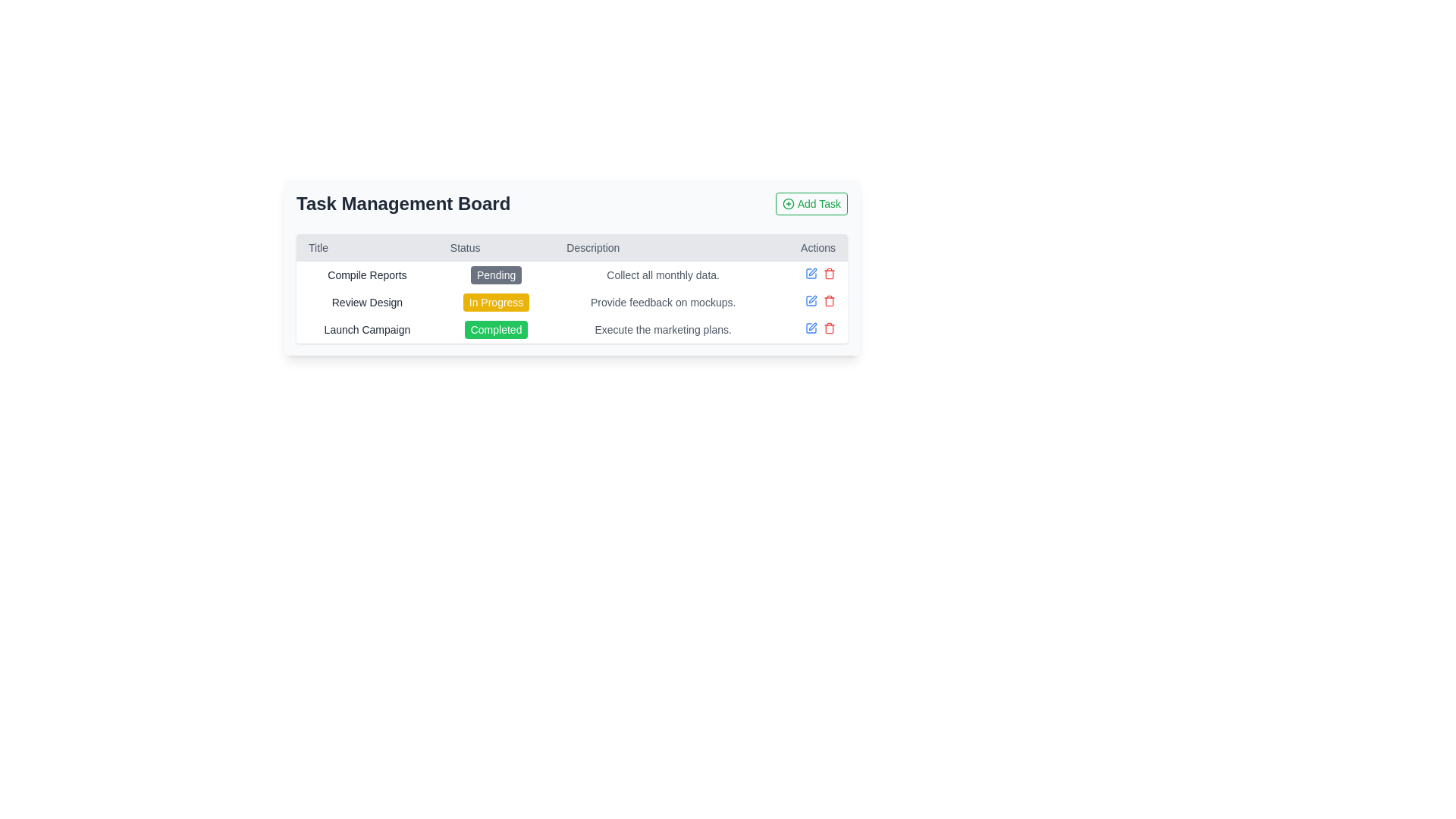 The image size is (1456, 819). Describe the element at coordinates (496, 275) in the screenshot. I see `the status label indicating the current task progress for 'Compile Reports', which is the first item in the 'Status' column of the table` at that location.